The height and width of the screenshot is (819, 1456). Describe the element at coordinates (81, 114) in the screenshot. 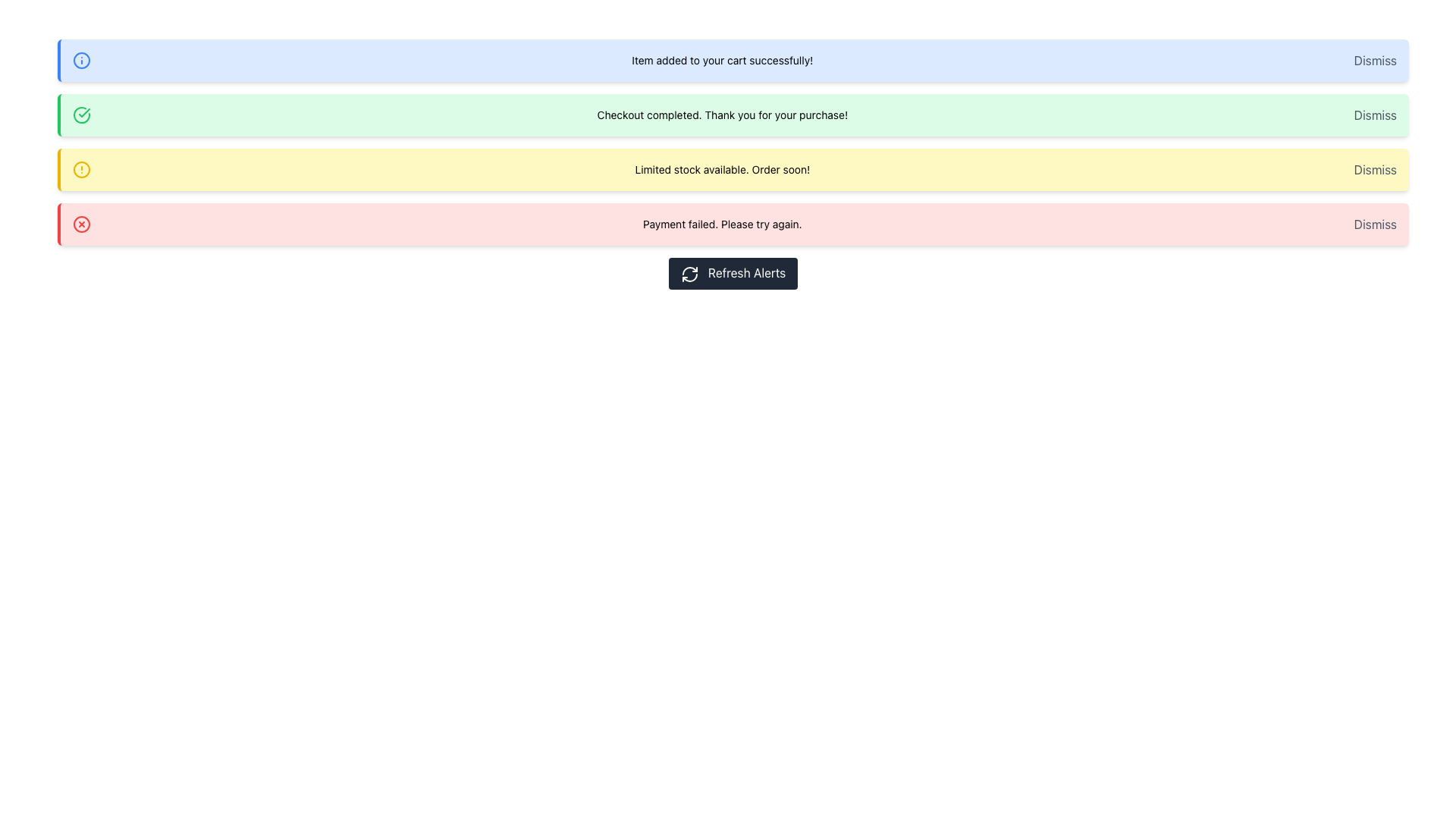

I see `the green circular icon with a check mark inside, located in the top-left corner of the green alert box that contains the message 'Checkout completed. Thank you for your purchase!'` at that location.